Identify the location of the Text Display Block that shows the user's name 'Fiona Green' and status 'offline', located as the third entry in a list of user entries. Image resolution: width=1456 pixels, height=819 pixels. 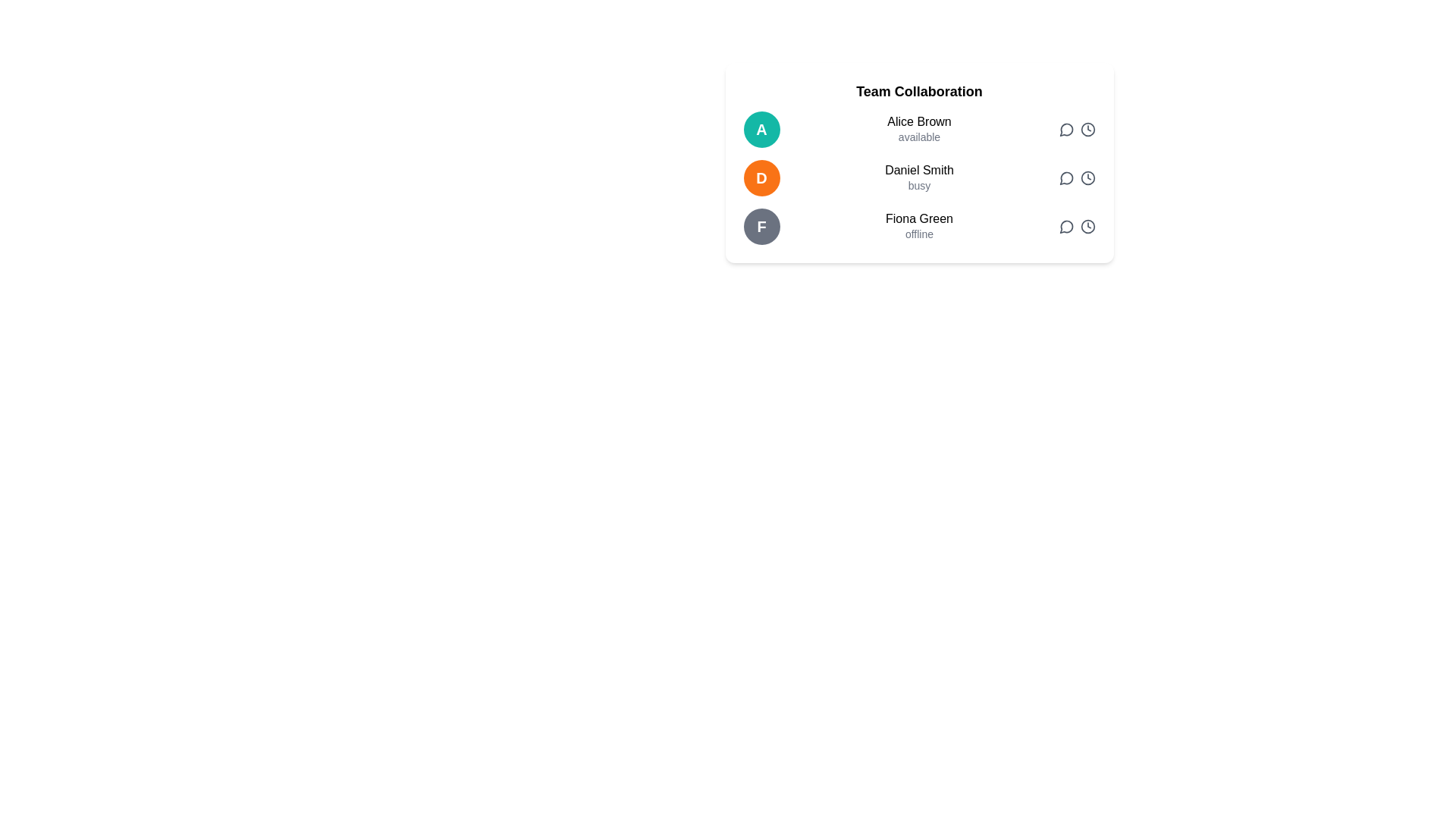
(918, 227).